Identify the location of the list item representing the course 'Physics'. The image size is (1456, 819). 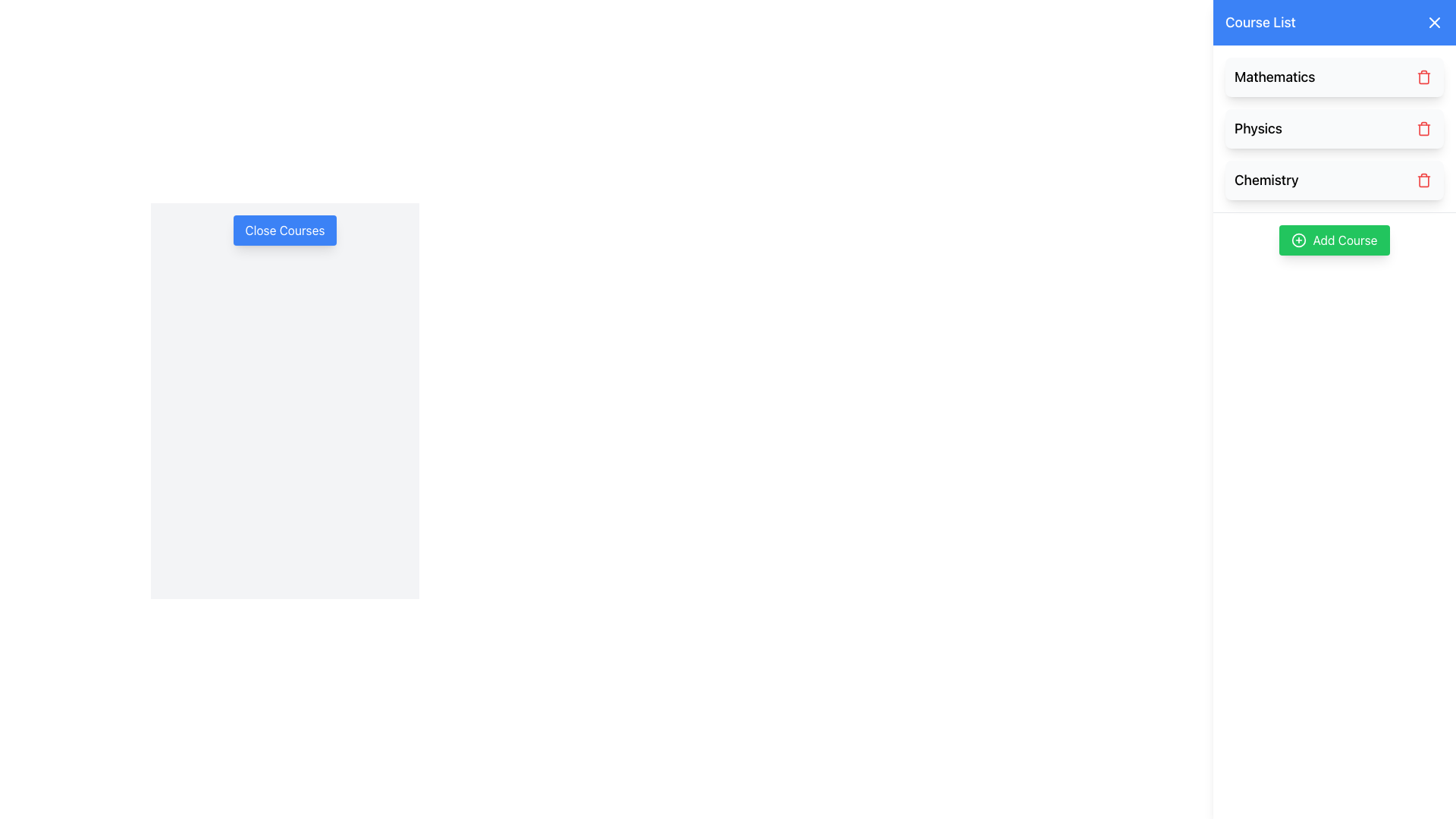
(1335, 127).